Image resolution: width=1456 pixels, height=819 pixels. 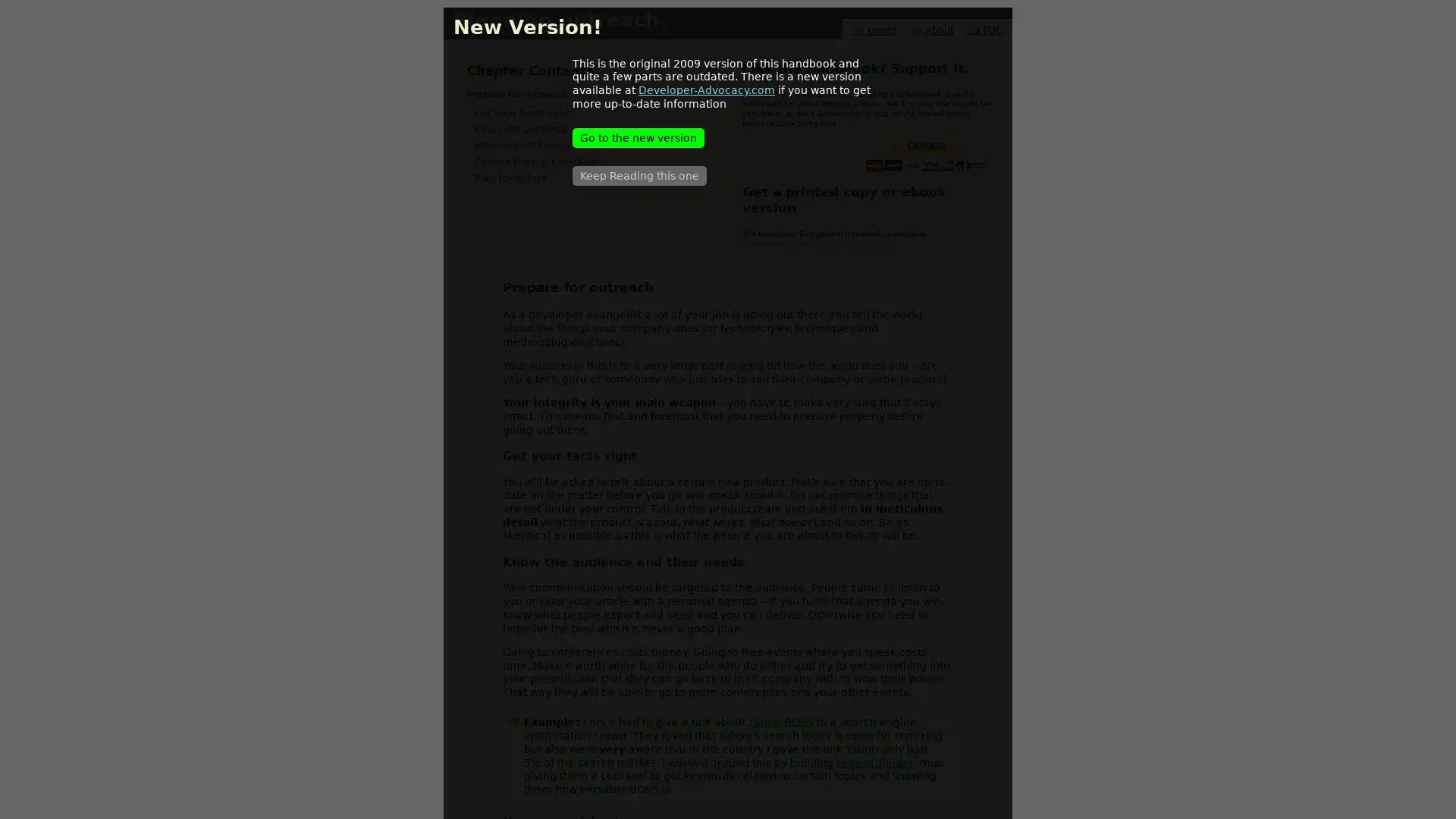 I want to click on Keep Reading this one, so click(x=639, y=174).